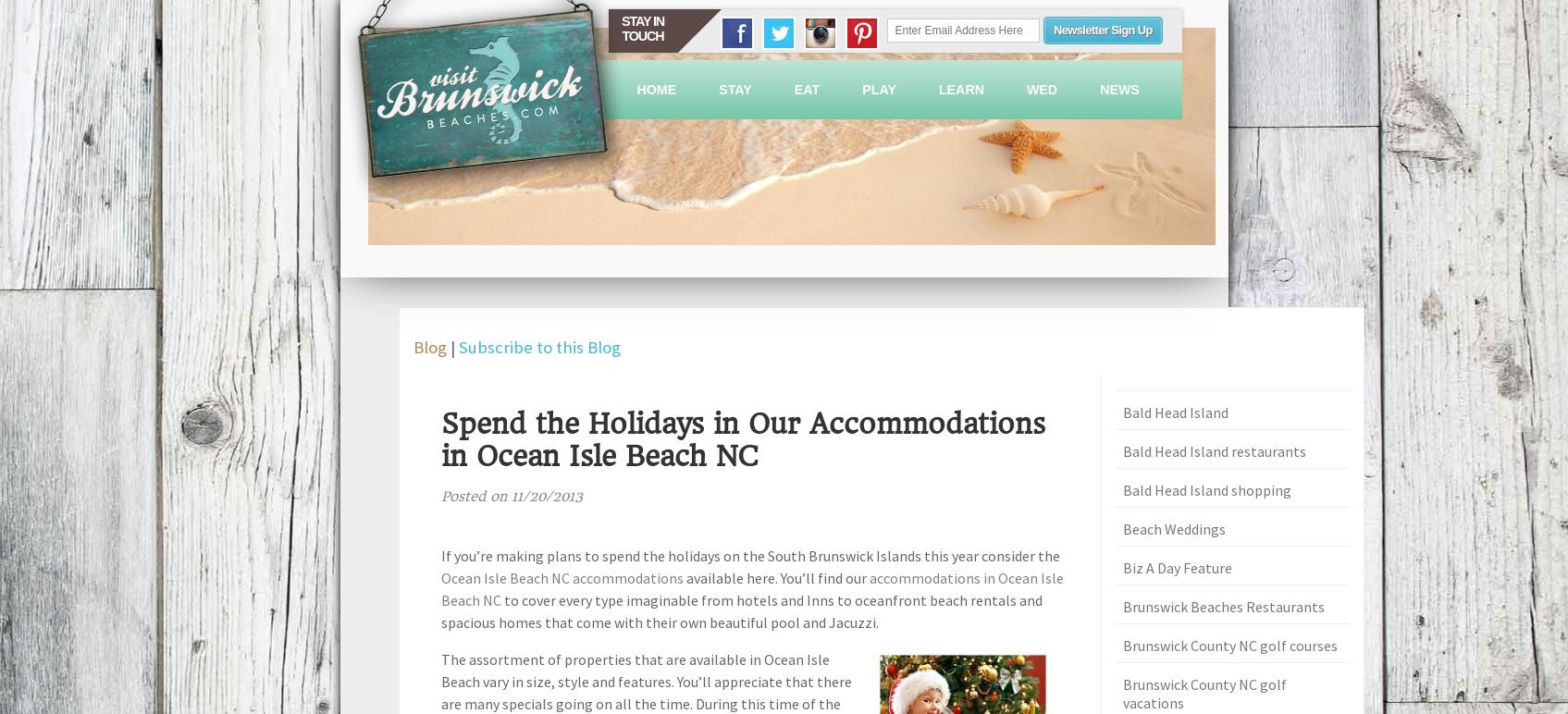  Describe the element at coordinates (751, 586) in the screenshot. I see `'accommodations in Ocean Isle Beach NC'` at that location.